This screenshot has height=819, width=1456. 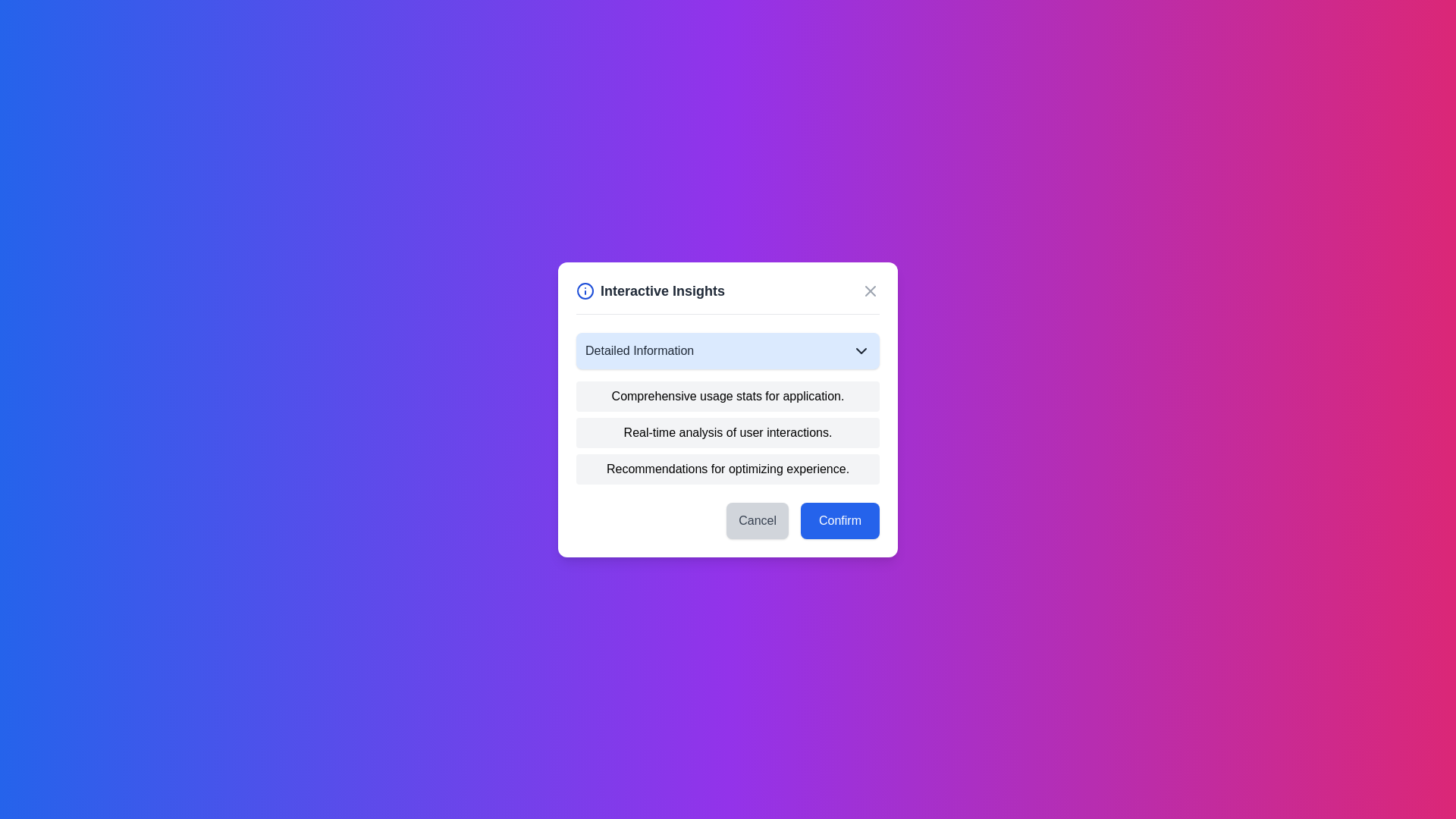 What do you see at coordinates (585, 290) in the screenshot?
I see `the circular SVG element located at the top-left corner of the dialog box, which is part of an icon structure` at bounding box center [585, 290].